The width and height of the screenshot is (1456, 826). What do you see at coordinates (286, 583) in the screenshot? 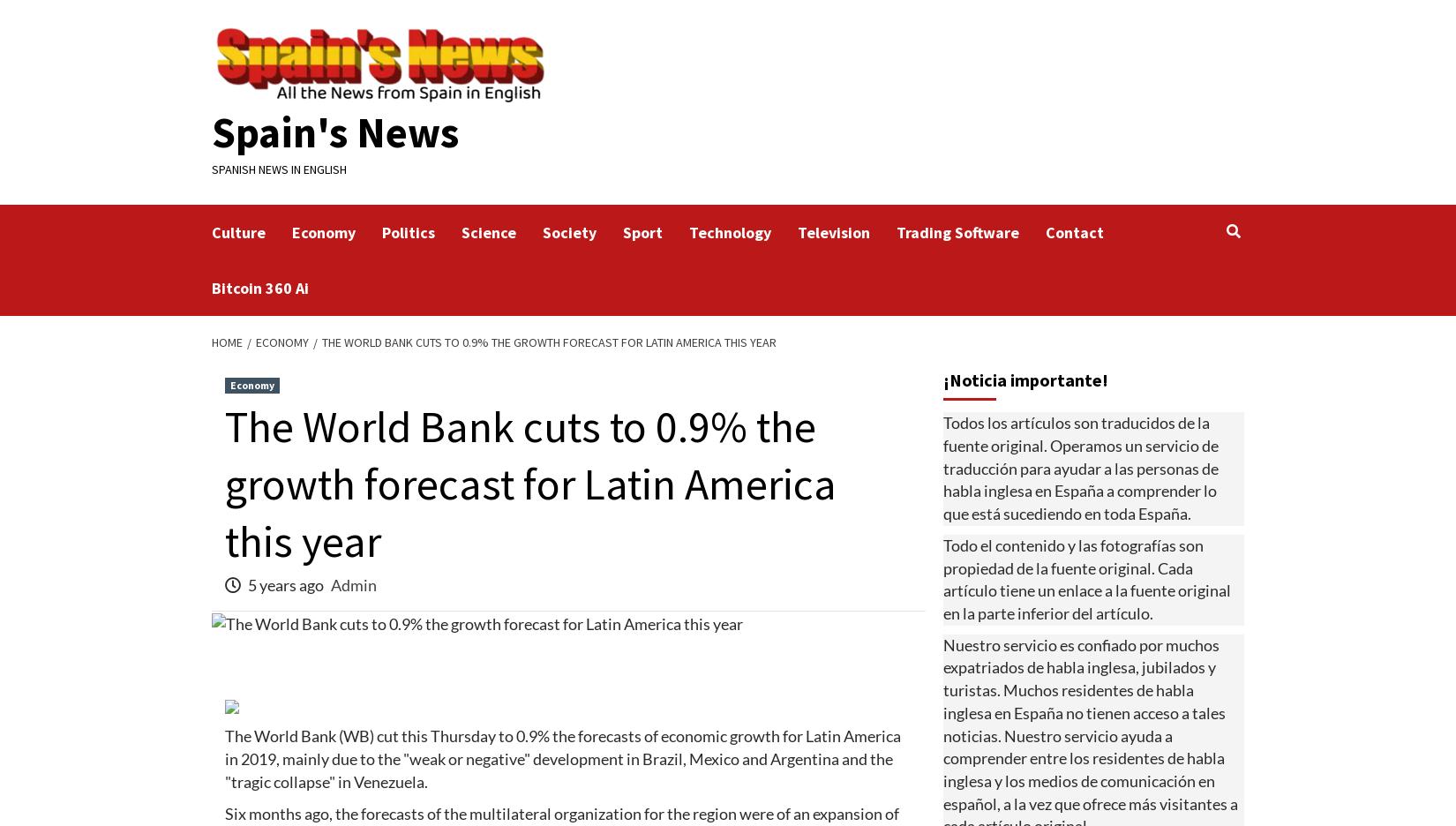
I see `'5 years ago'` at bounding box center [286, 583].